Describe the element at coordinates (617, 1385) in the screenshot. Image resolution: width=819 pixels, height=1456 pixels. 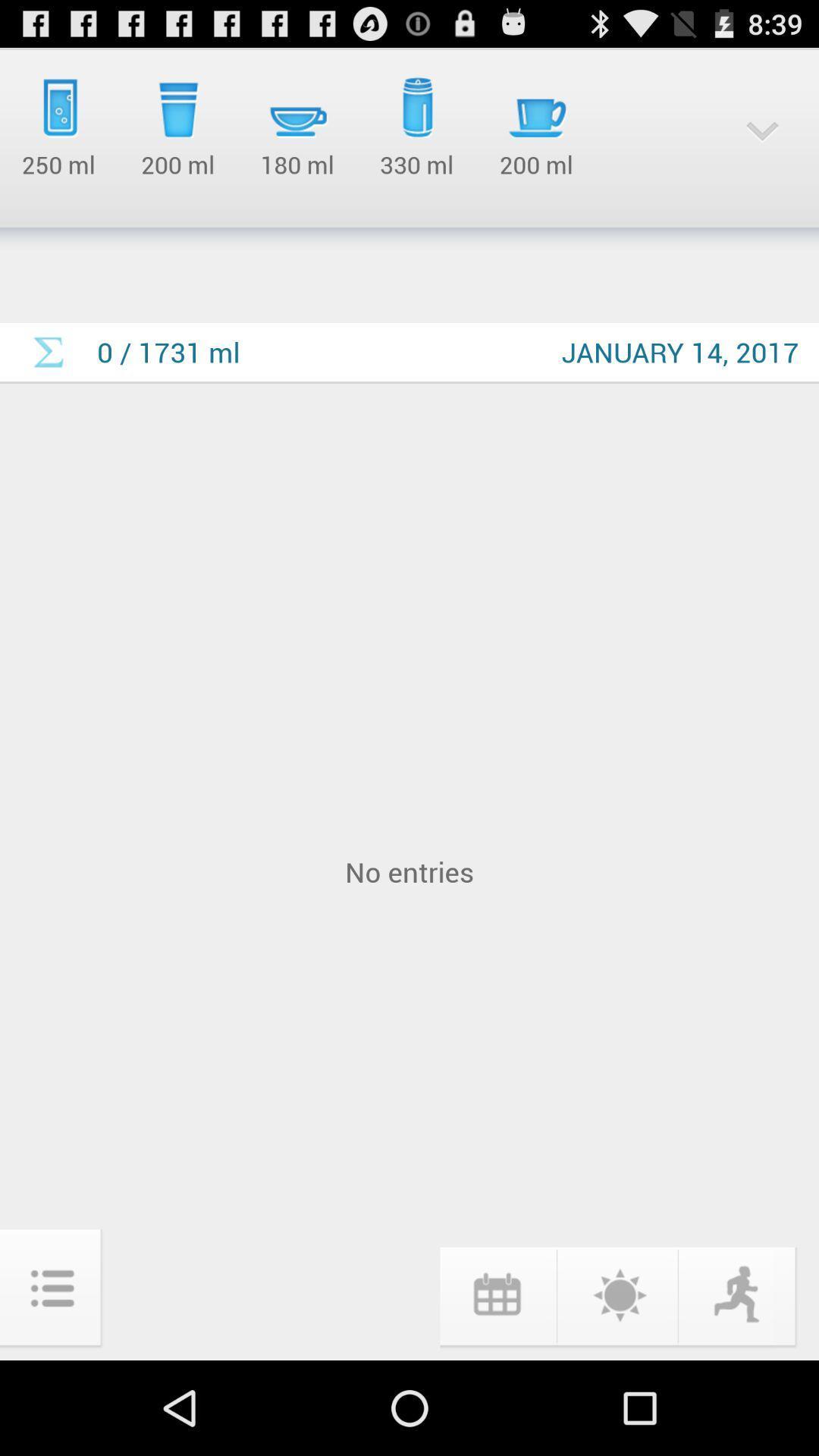
I see `the weather icon` at that location.